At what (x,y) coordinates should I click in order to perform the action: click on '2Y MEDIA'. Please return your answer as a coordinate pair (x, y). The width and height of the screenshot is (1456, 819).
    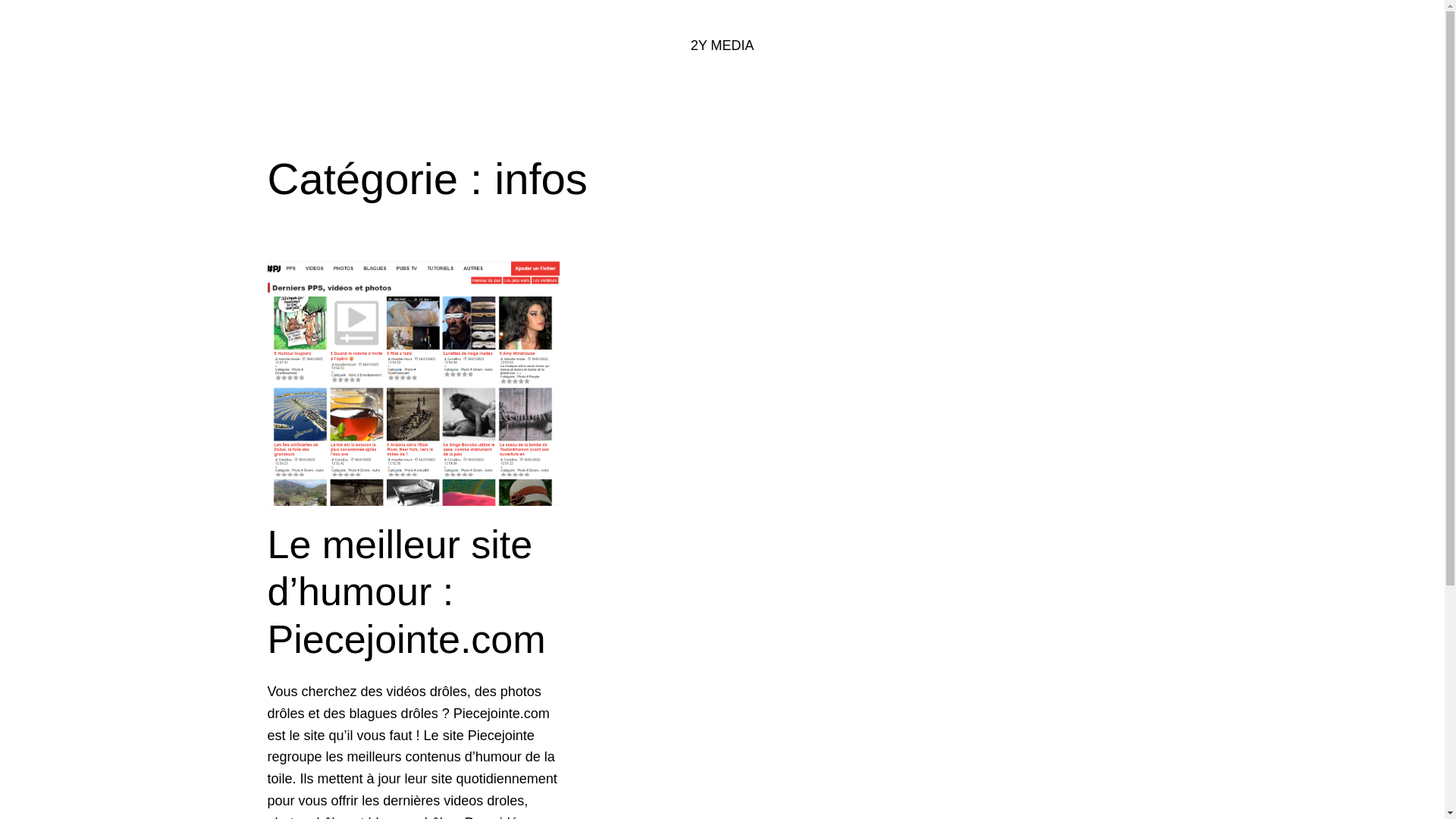
    Looking at the image, I should click on (722, 45).